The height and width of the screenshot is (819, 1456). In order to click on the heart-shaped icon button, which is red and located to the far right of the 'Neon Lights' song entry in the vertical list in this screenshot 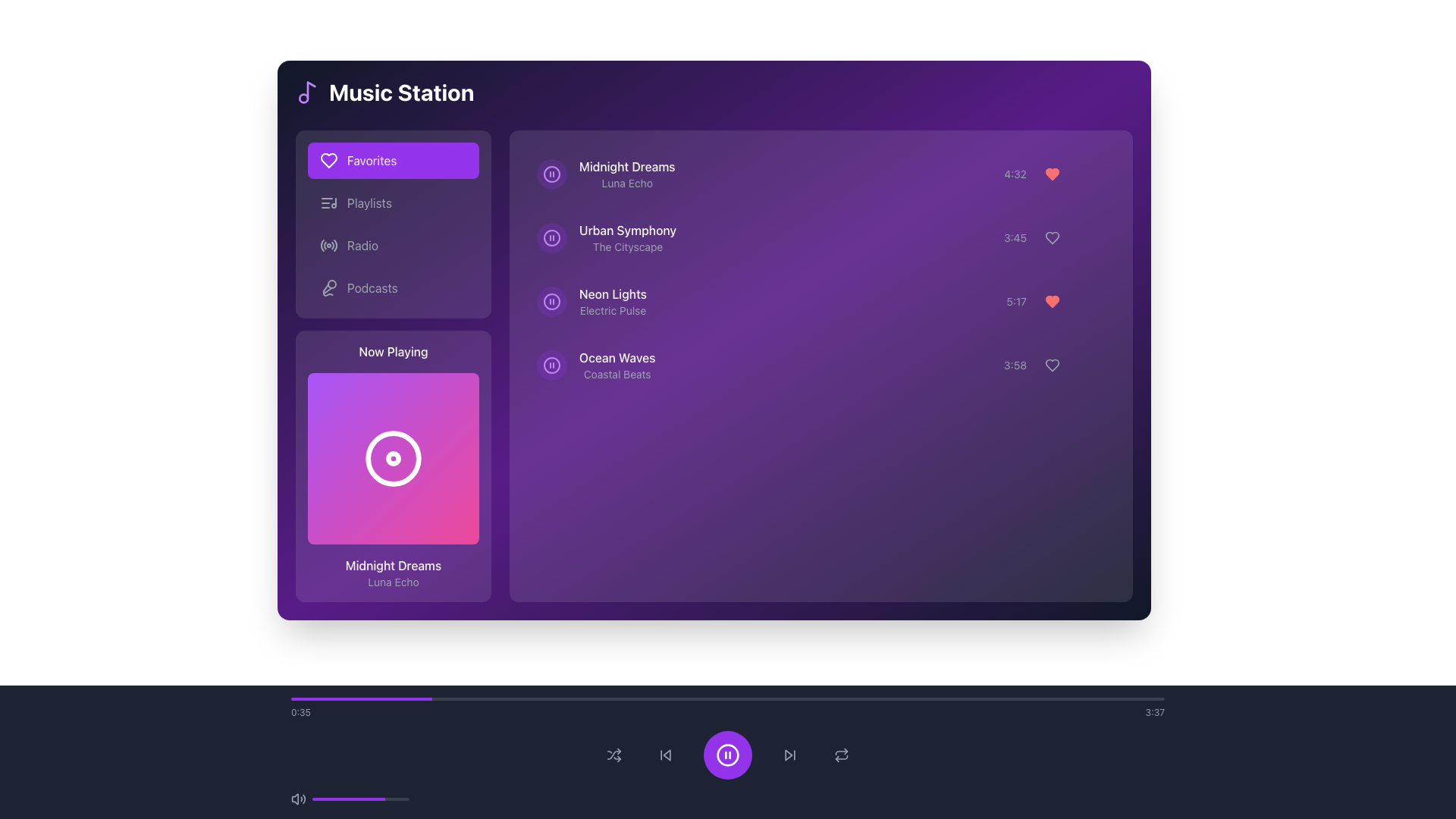, I will do `click(1051, 301)`.